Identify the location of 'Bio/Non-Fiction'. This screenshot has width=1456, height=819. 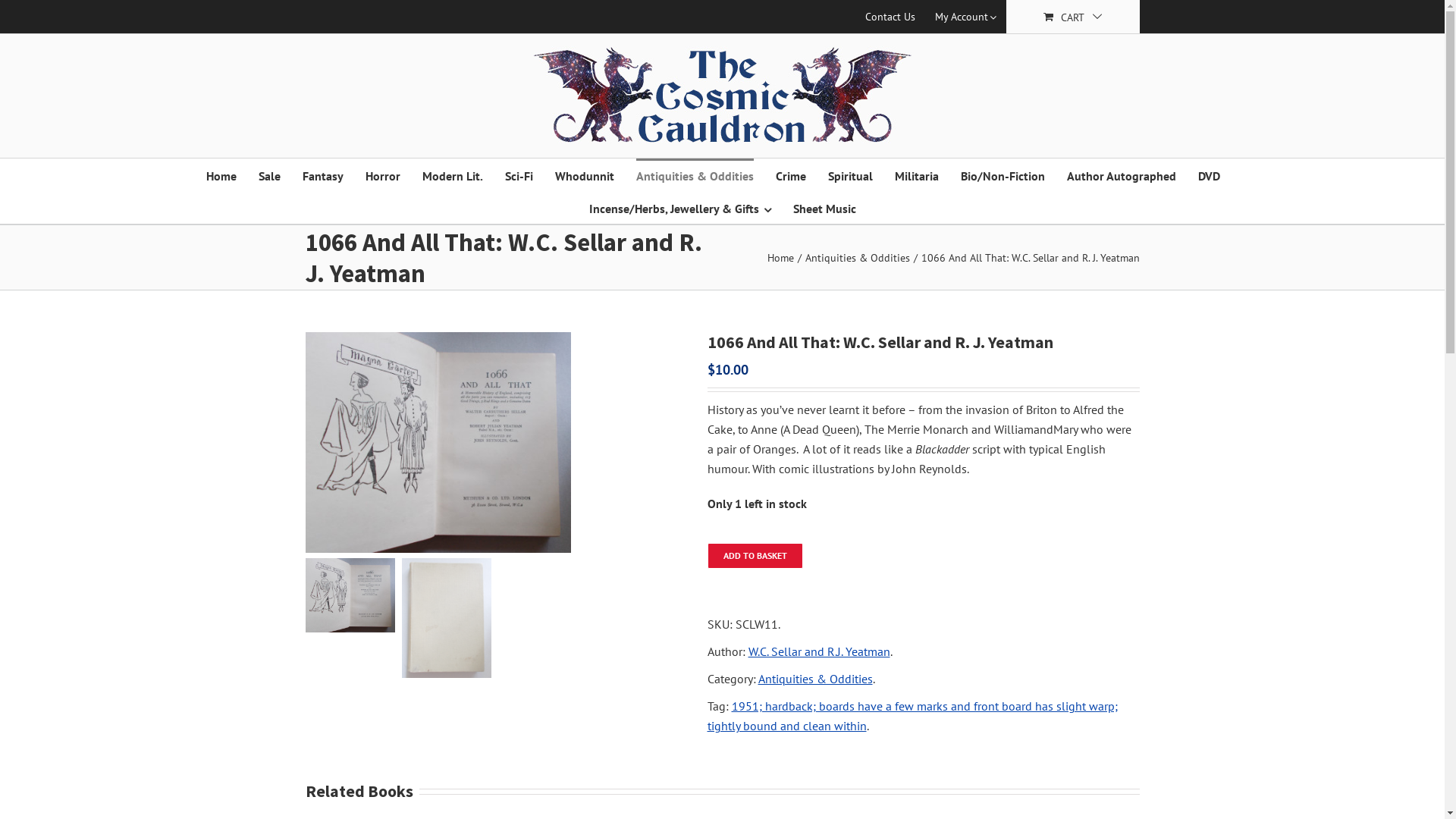
(1002, 174).